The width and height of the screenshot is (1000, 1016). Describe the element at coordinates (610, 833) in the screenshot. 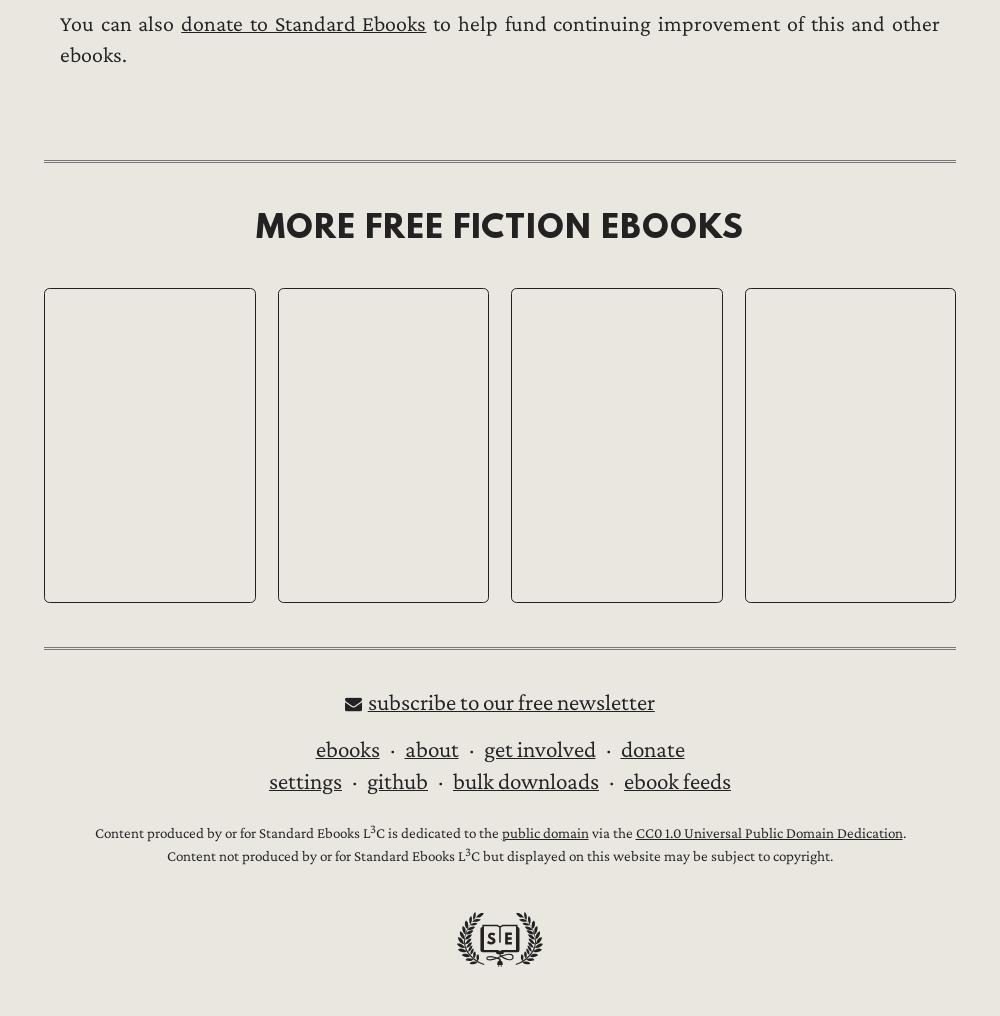

I see `'via the'` at that location.